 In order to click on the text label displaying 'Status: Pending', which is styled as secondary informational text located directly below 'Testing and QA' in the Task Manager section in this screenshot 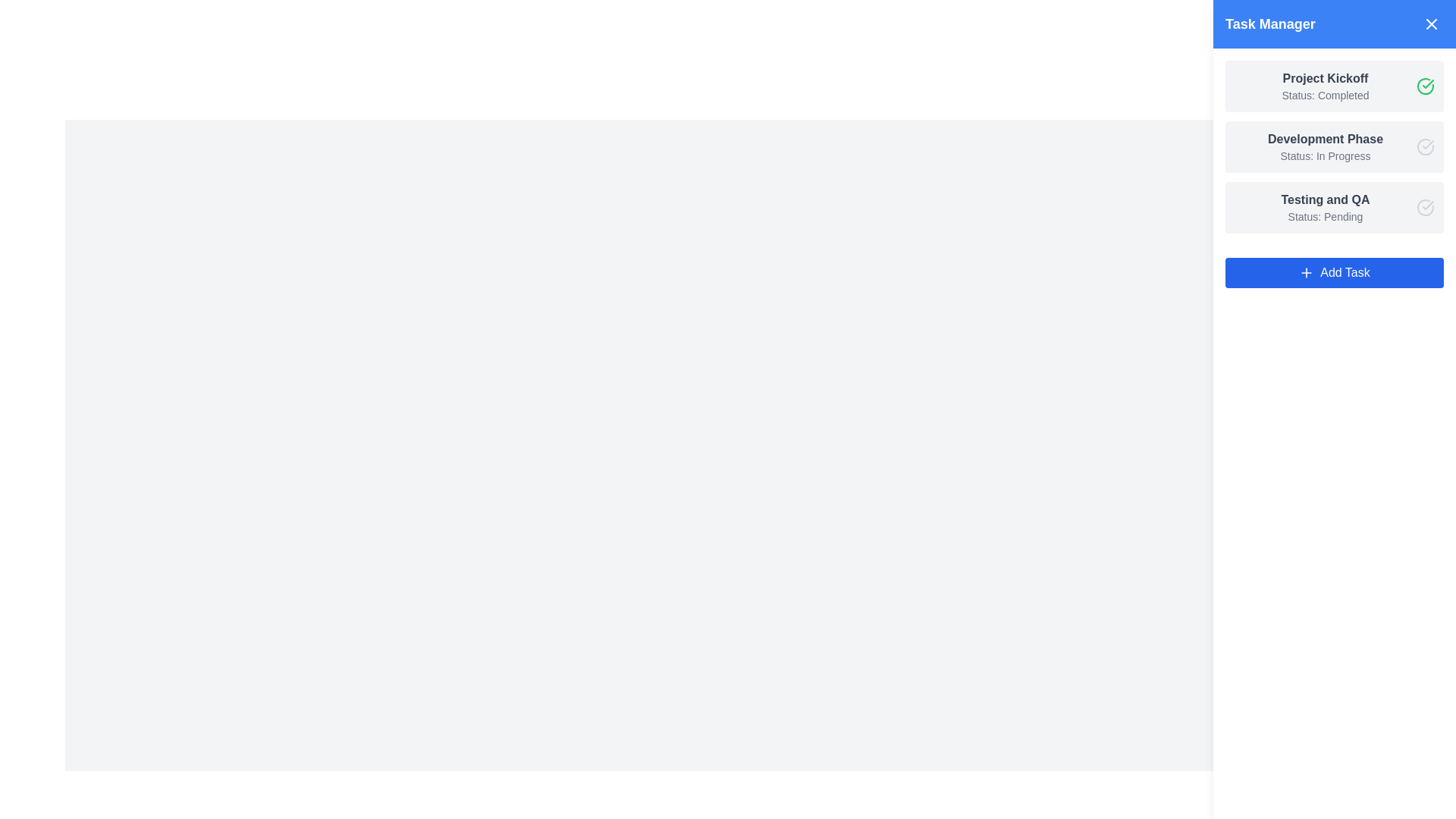, I will do `click(1324, 216)`.